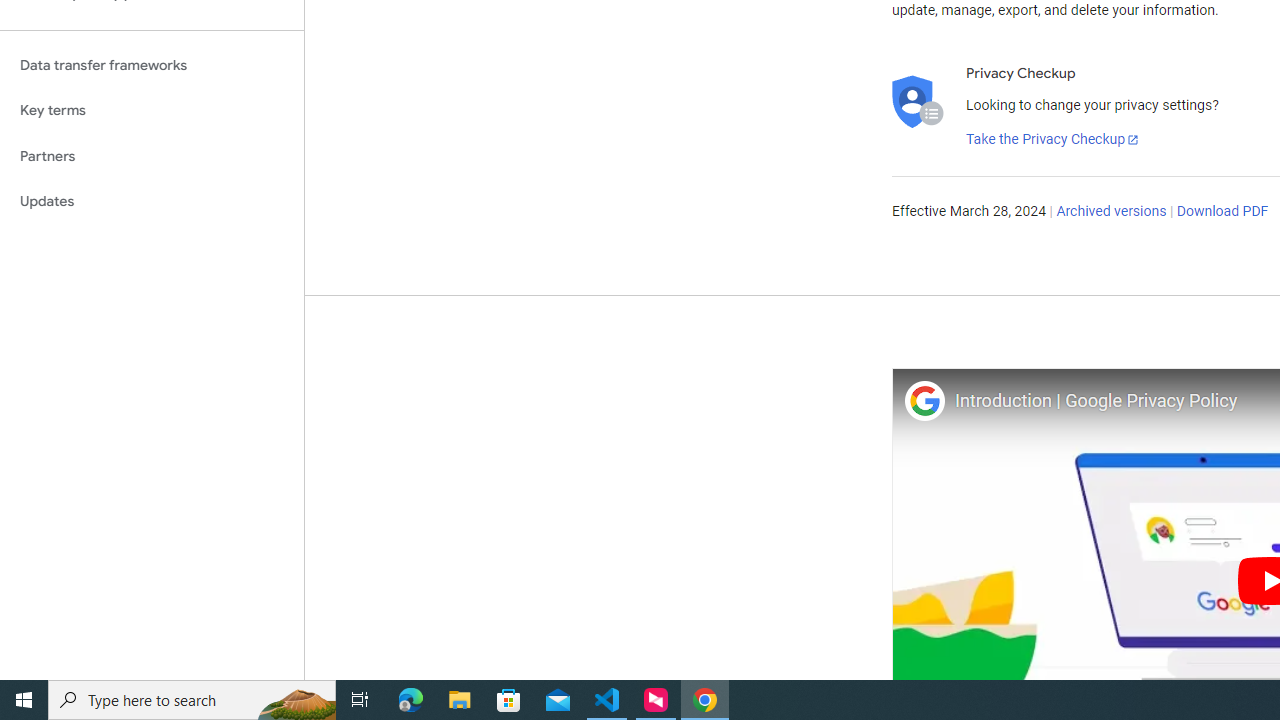 Image resolution: width=1280 pixels, height=720 pixels. Describe the element at coordinates (1110, 212) in the screenshot. I see `'Archived versions'` at that location.